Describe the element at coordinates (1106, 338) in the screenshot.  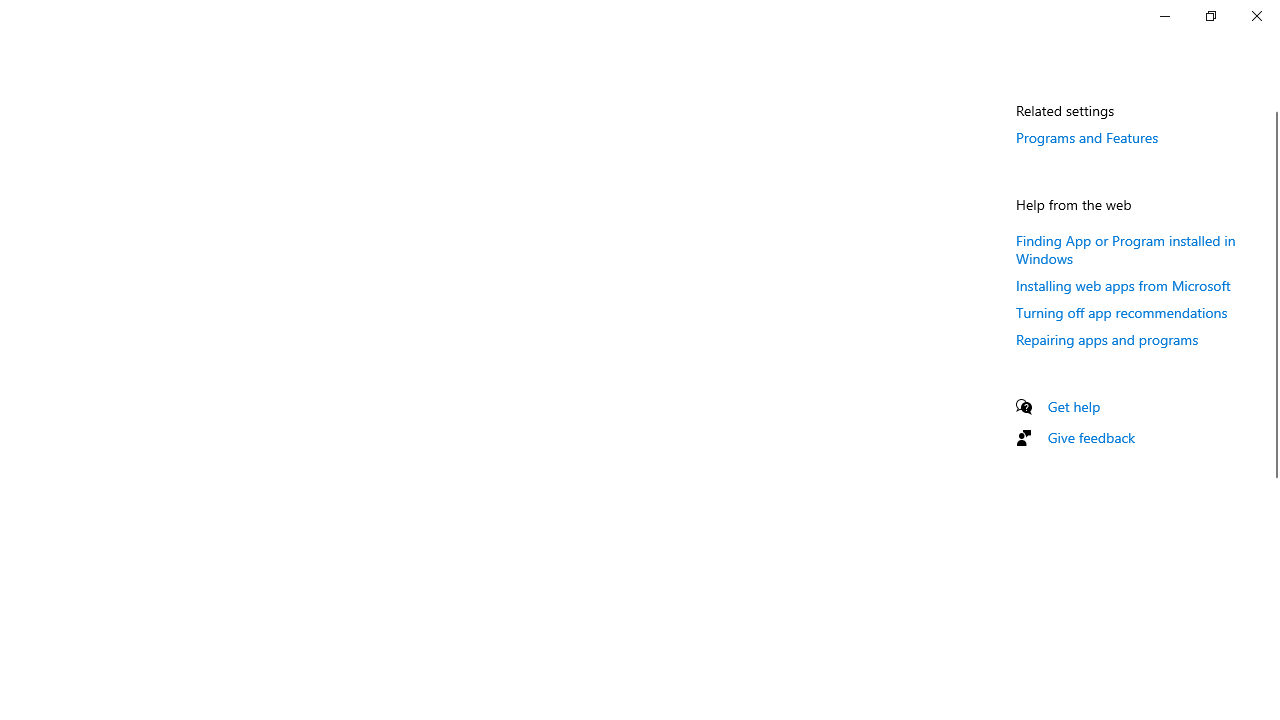
I see `'Repairing apps and programs'` at that location.